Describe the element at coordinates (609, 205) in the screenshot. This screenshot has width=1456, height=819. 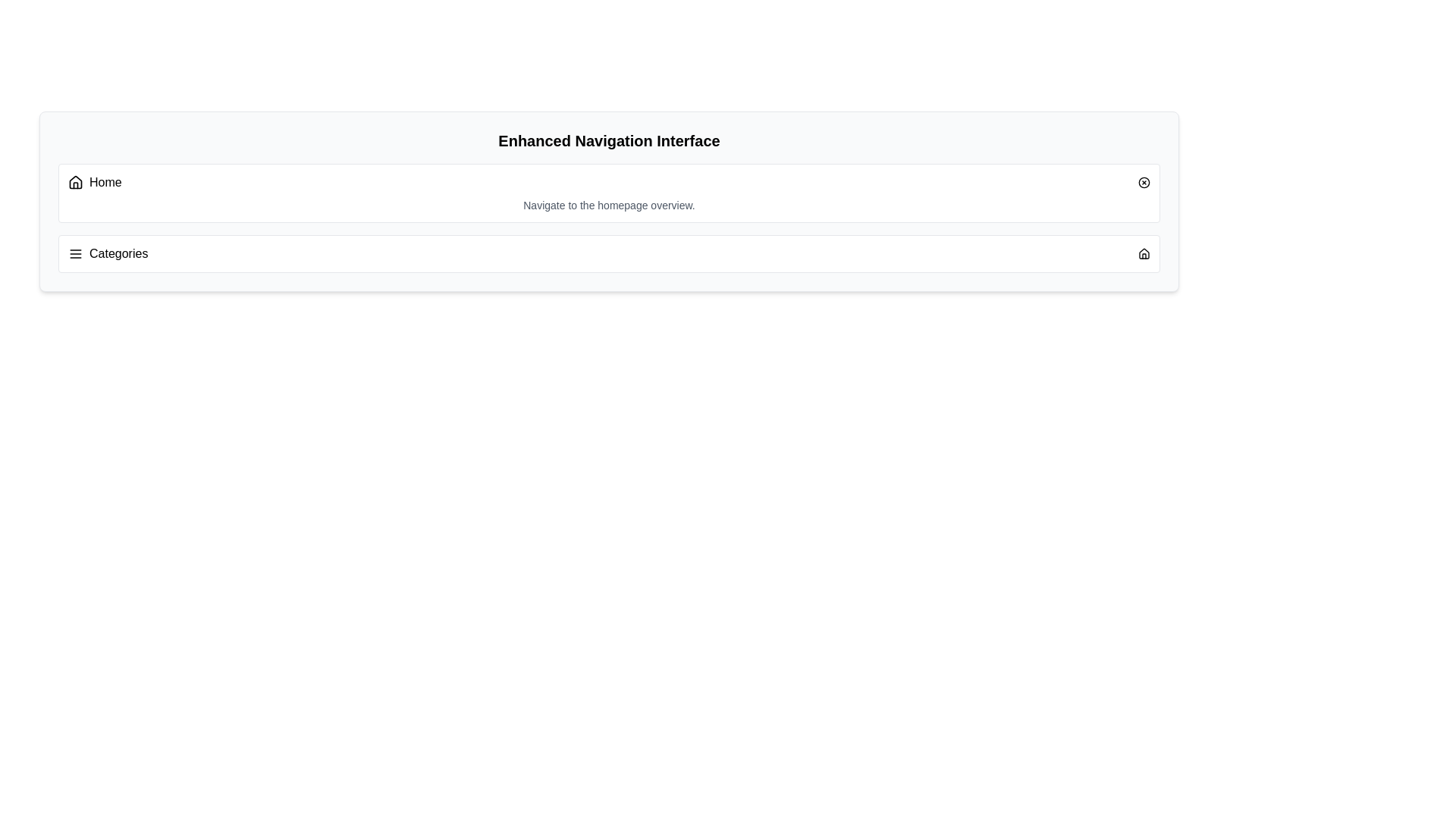
I see `the descriptive text guiding users about the 'Home' link, which is located below the 'Home' label in the upper part of the interface` at that location.